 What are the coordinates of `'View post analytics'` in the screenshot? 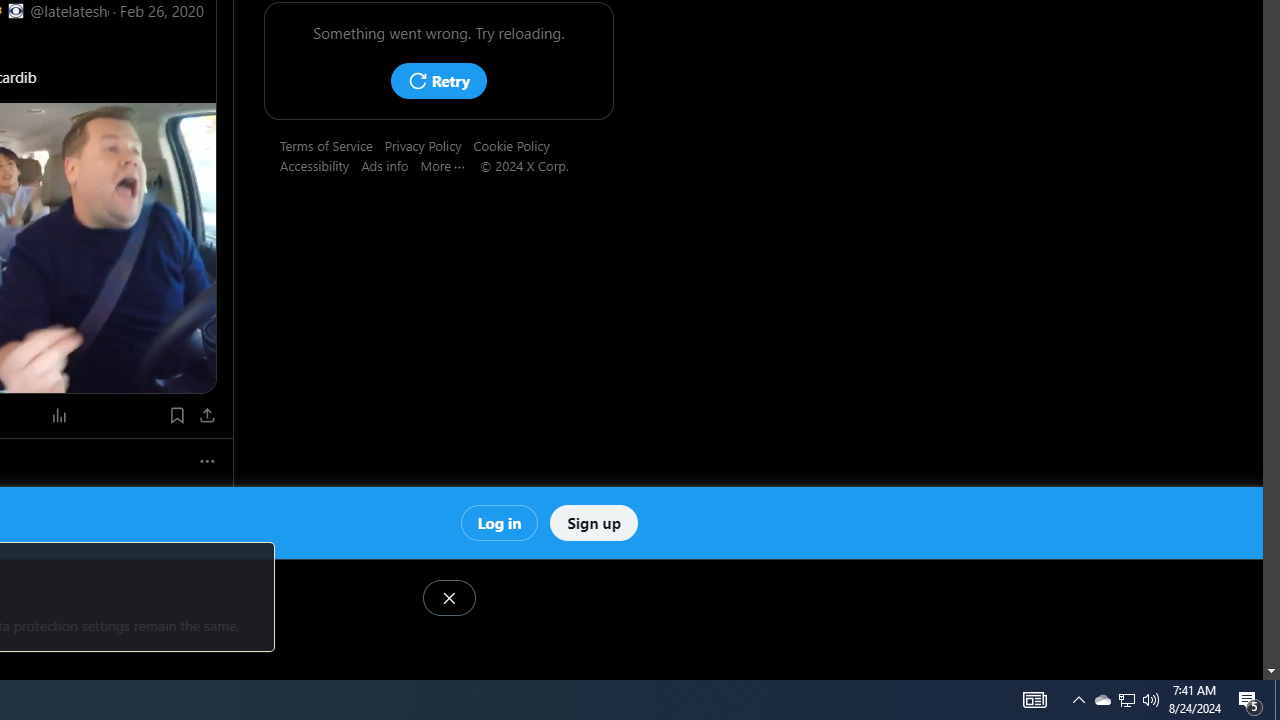 It's located at (60, 414).